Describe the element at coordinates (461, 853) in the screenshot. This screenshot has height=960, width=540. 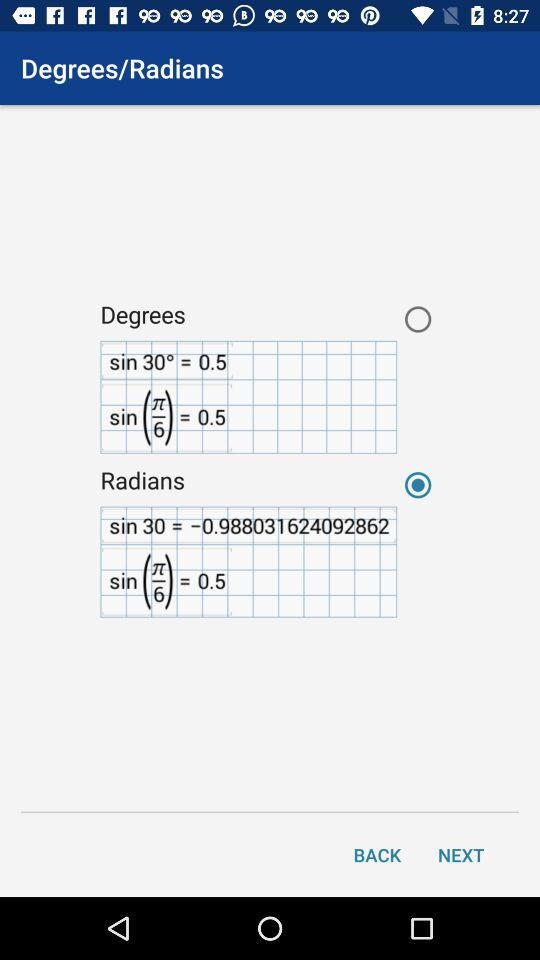
I see `the next` at that location.